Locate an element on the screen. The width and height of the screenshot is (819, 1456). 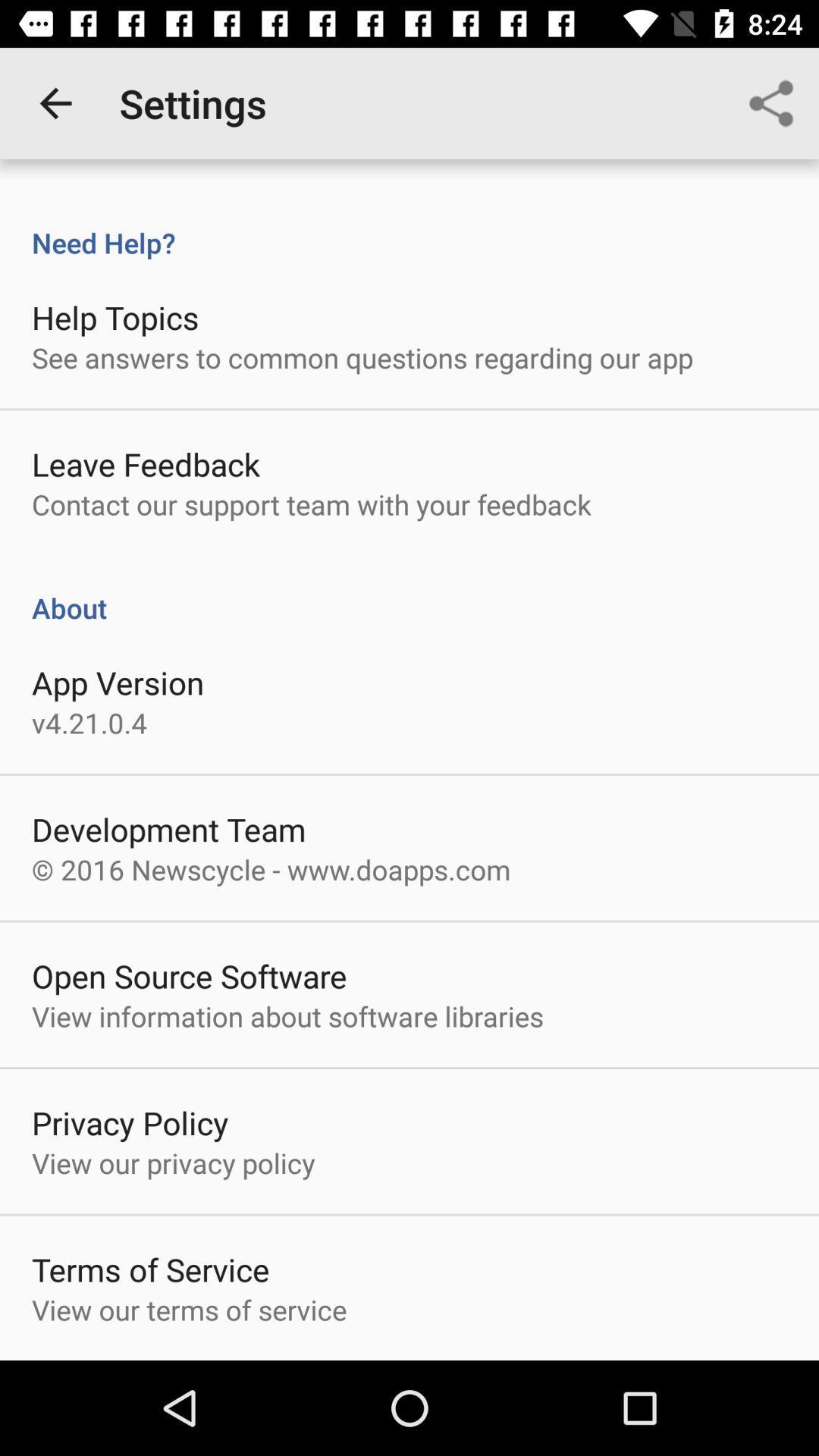
the 2016 newscycle www item is located at coordinates (270, 869).